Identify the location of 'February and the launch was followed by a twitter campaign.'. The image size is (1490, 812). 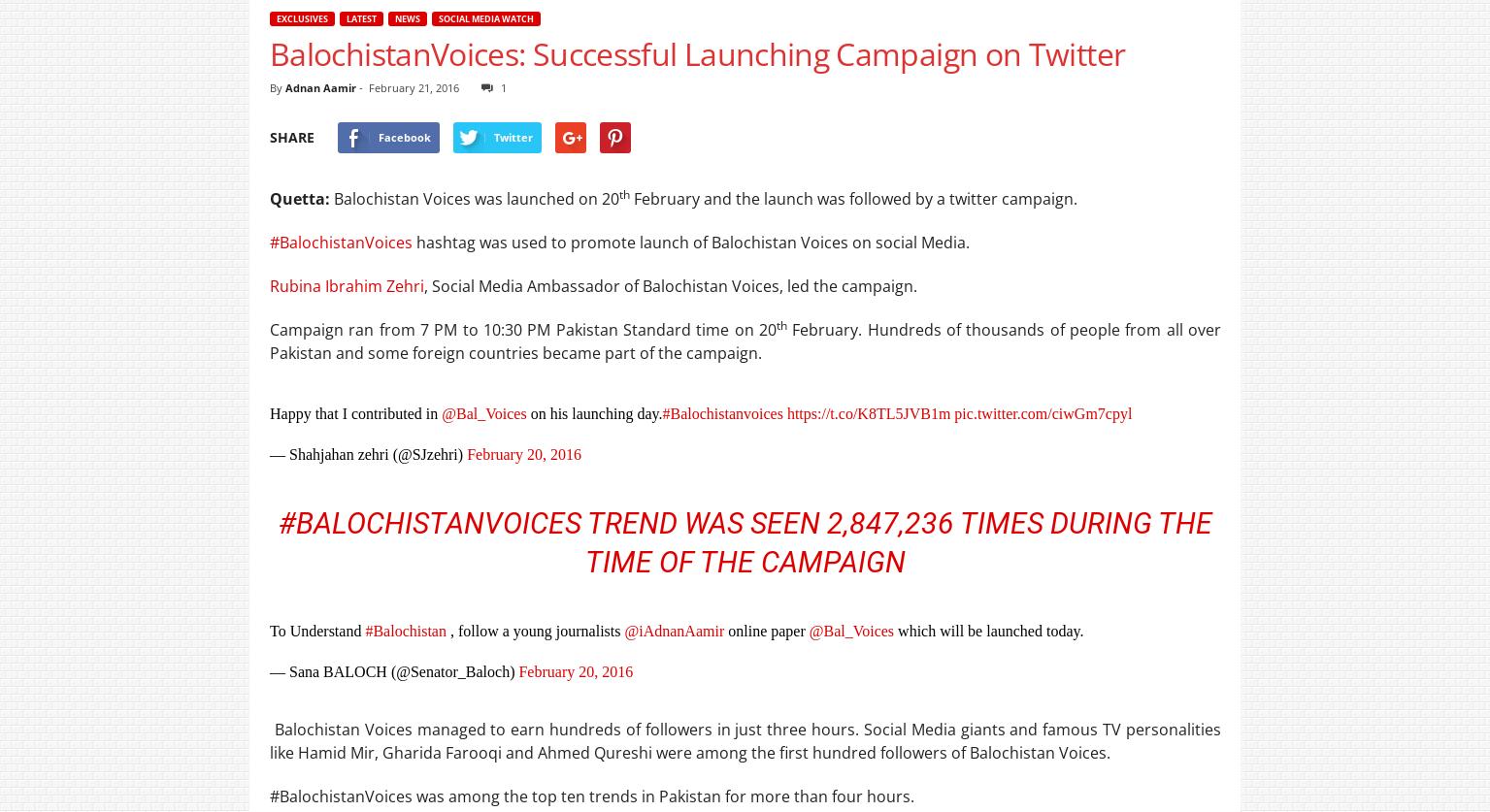
(852, 197).